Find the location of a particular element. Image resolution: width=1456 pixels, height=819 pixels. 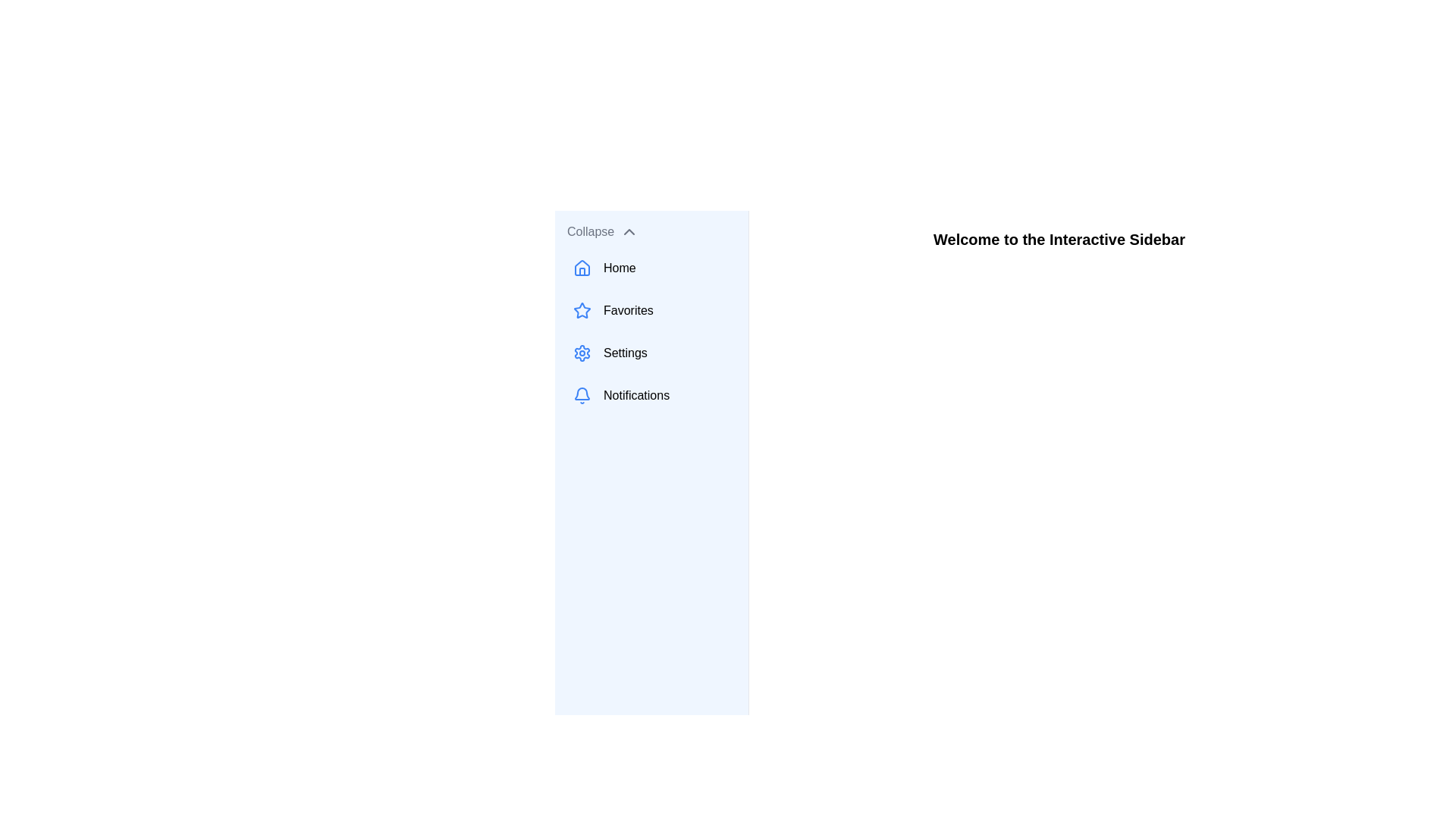

the gear-shaped 'Settings' icon located in the sidebar, positioned slightly above the text label 'Settings' is located at coordinates (582, 353).